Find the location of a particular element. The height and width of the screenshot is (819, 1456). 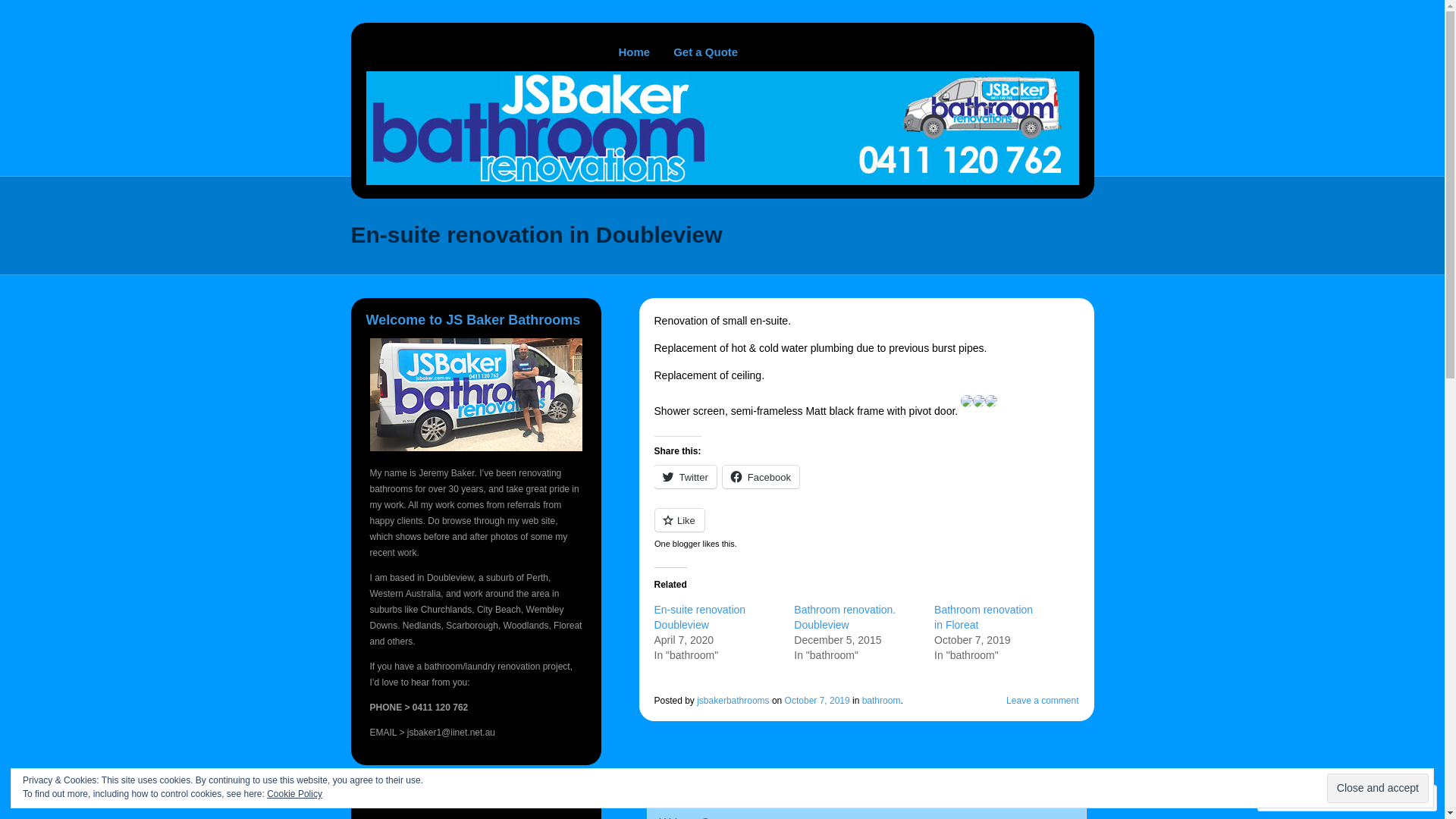

'jsbakerbathrooms' is located at coordinates (733, 701).